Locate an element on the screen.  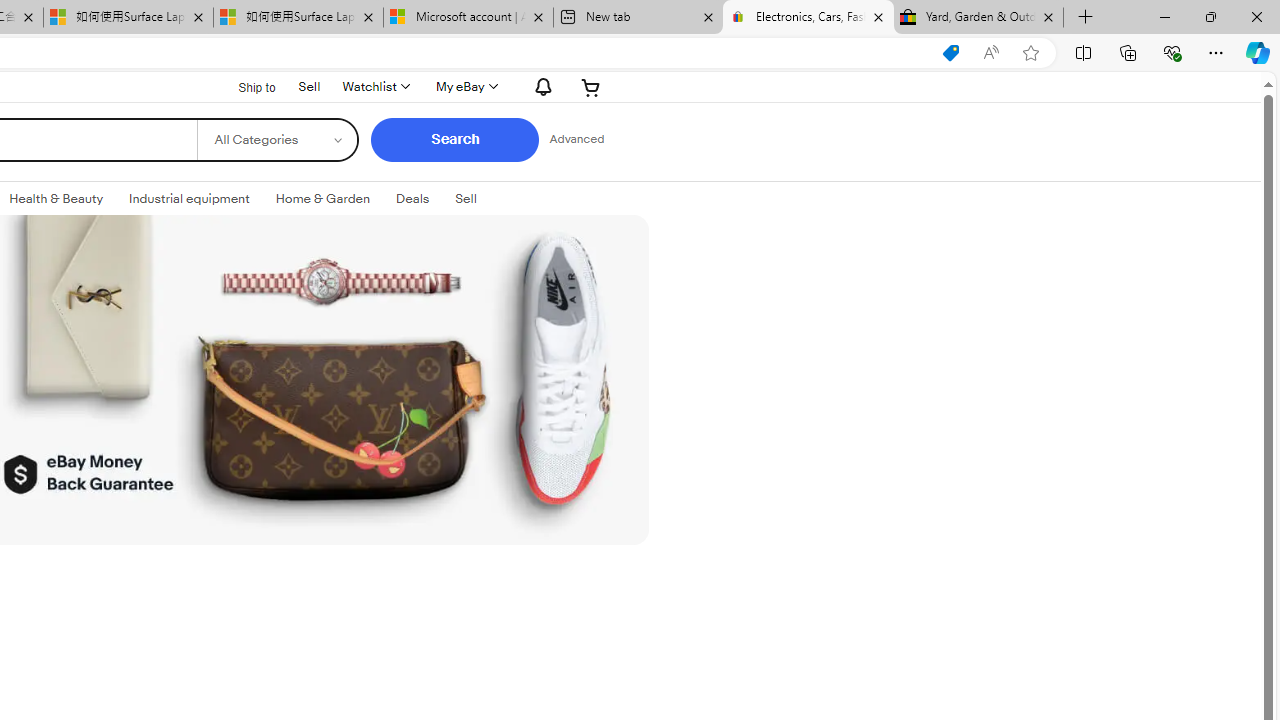
'Yard, Garden & Outdoor Living' is located at coordinates (978, 17).